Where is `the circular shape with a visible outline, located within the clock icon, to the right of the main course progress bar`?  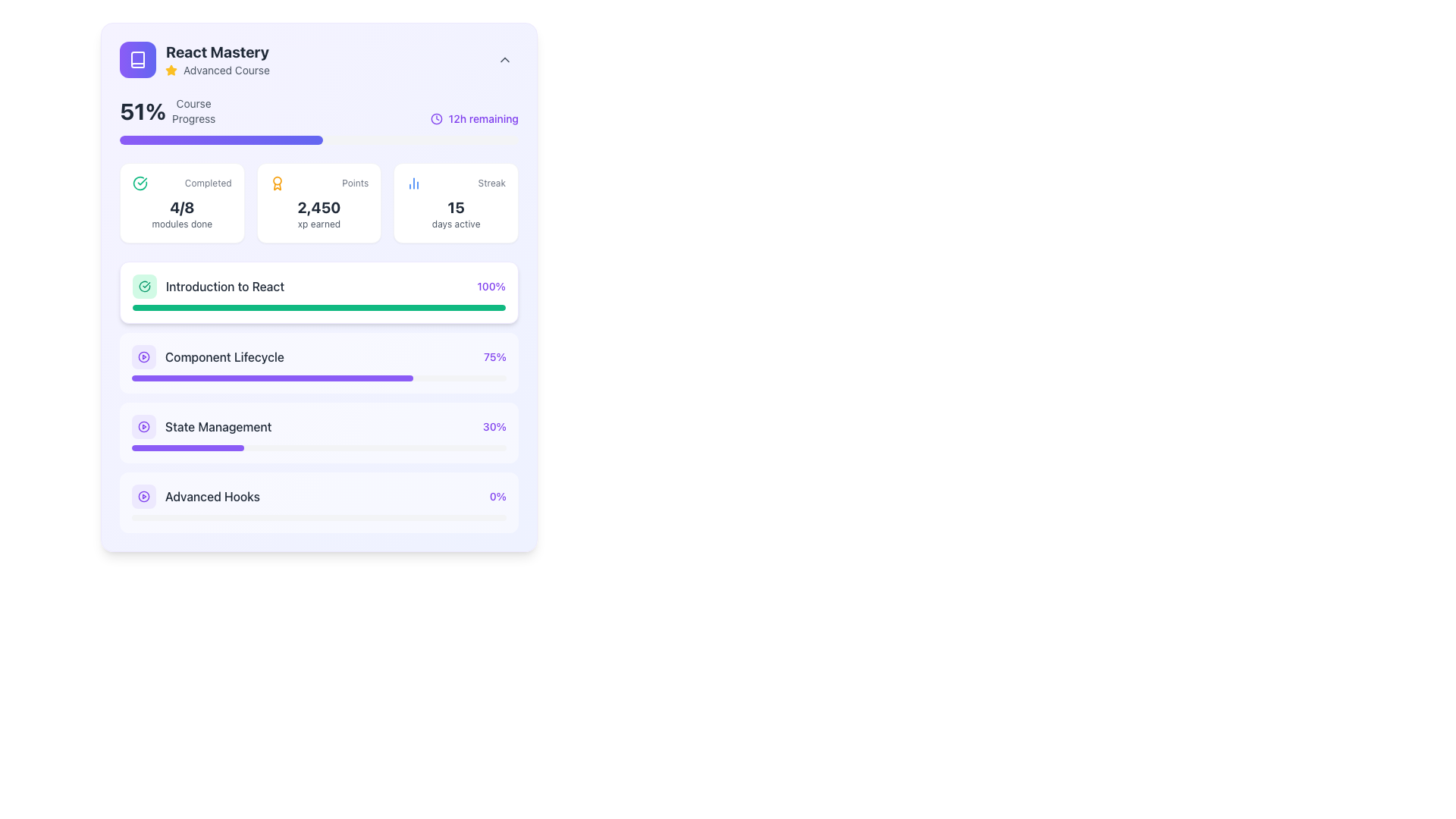 the circular shape with a visible outline, located within the clock icon, to the right of the main course progress bar is located at coordinates (435, 118).